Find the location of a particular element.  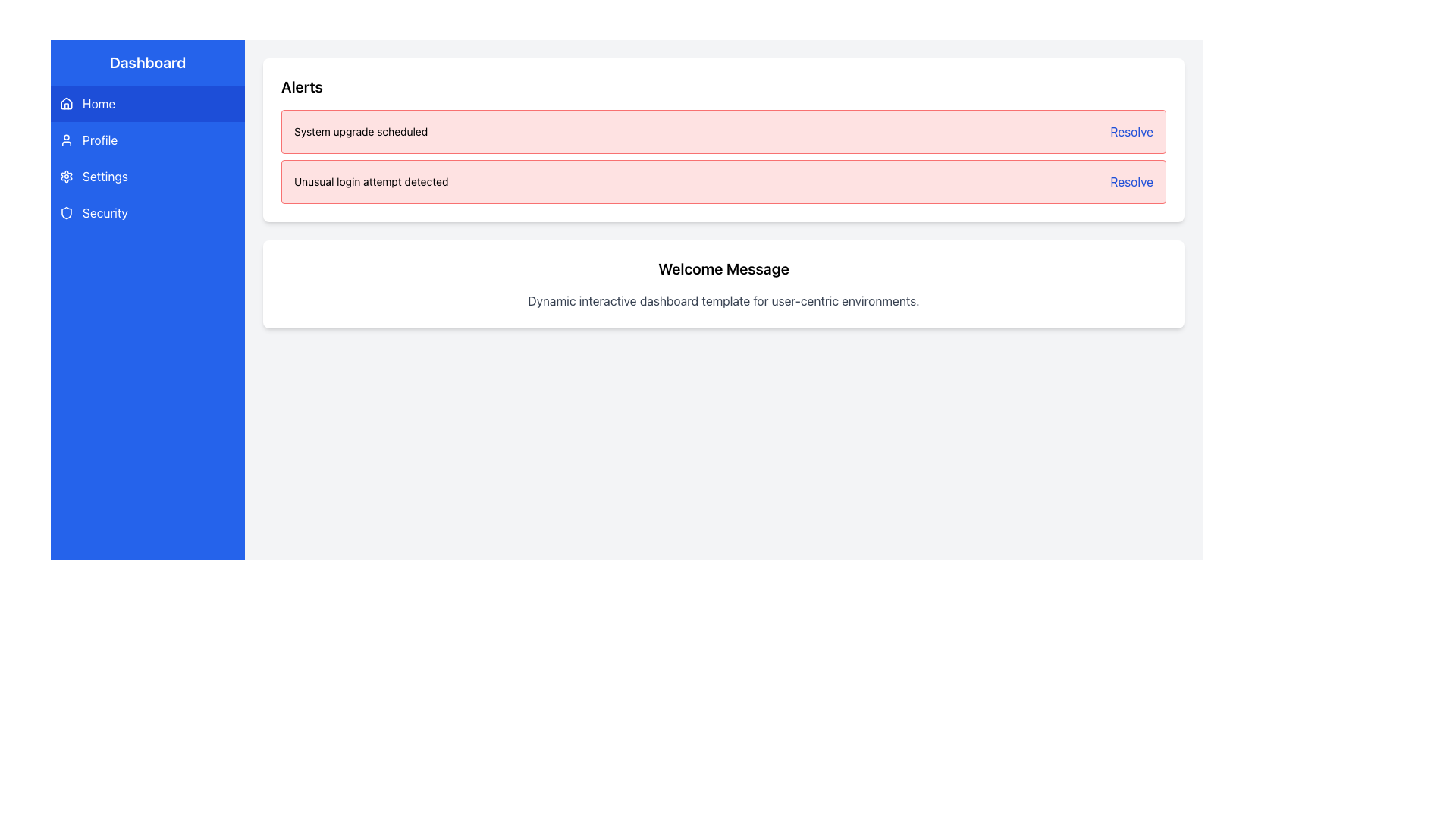

the user profile icon located in the second item of the vertical navigation sidebar is located at coordinates (65, 140).